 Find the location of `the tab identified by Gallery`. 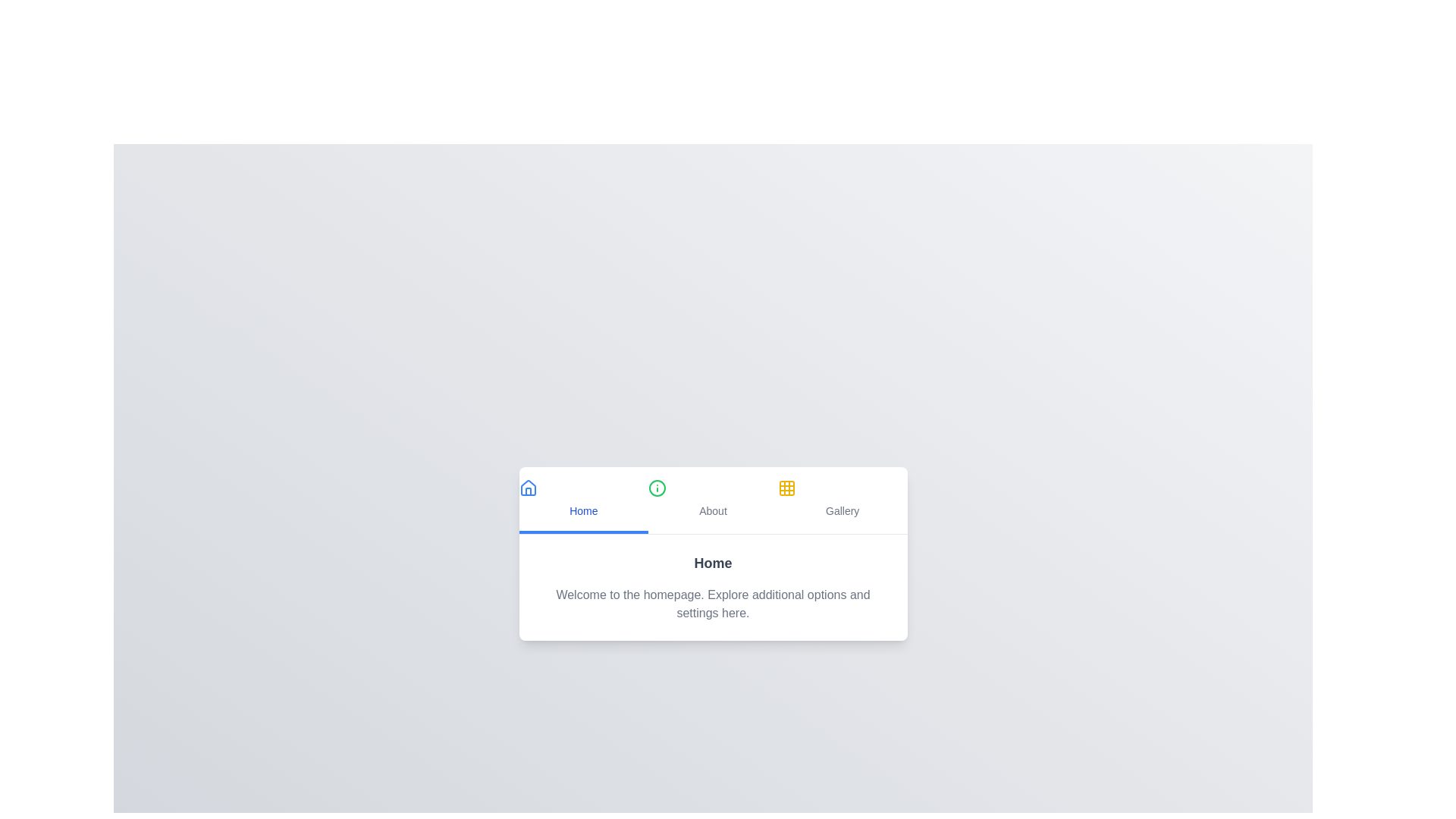

the tab identified by Gallery is located at coordinates (842, 500).